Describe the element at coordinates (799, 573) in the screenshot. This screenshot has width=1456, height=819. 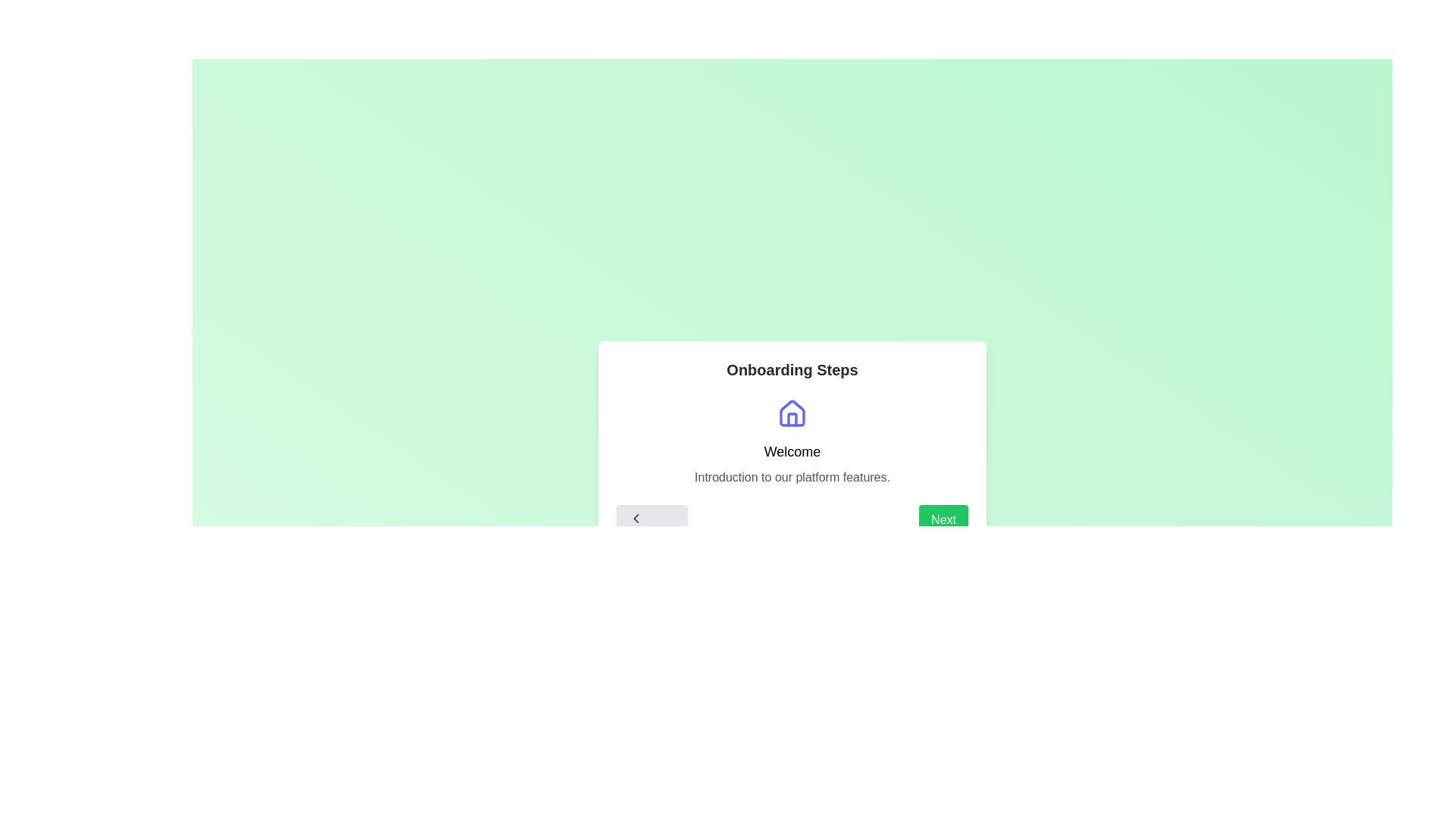
I see `the third circular dot in the progress indicator located at the bottom center of the viewport, which represents the current step in a multi-step process` at that location.